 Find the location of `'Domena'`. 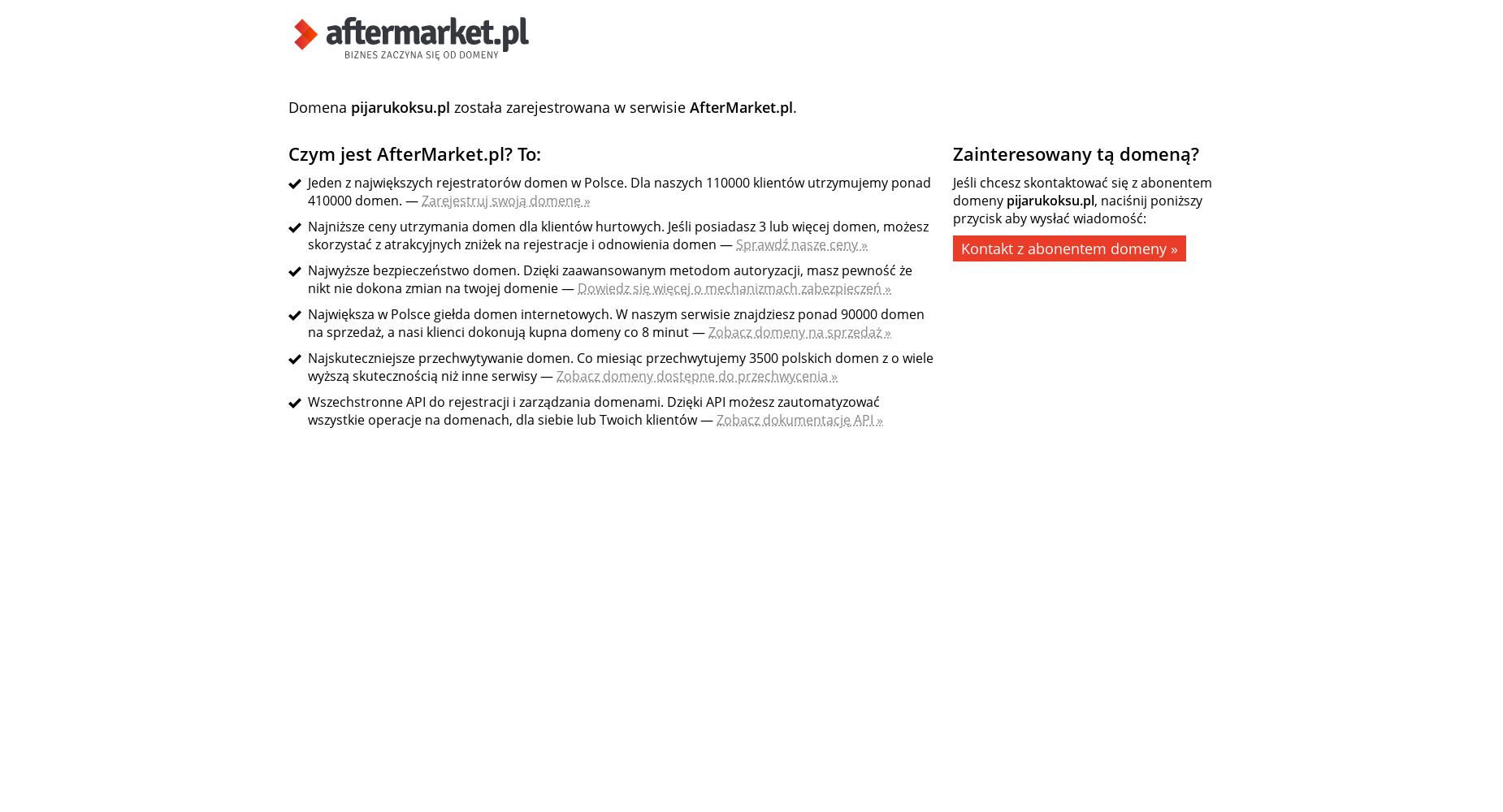

'Domena' is located at coordinates (318, 107).